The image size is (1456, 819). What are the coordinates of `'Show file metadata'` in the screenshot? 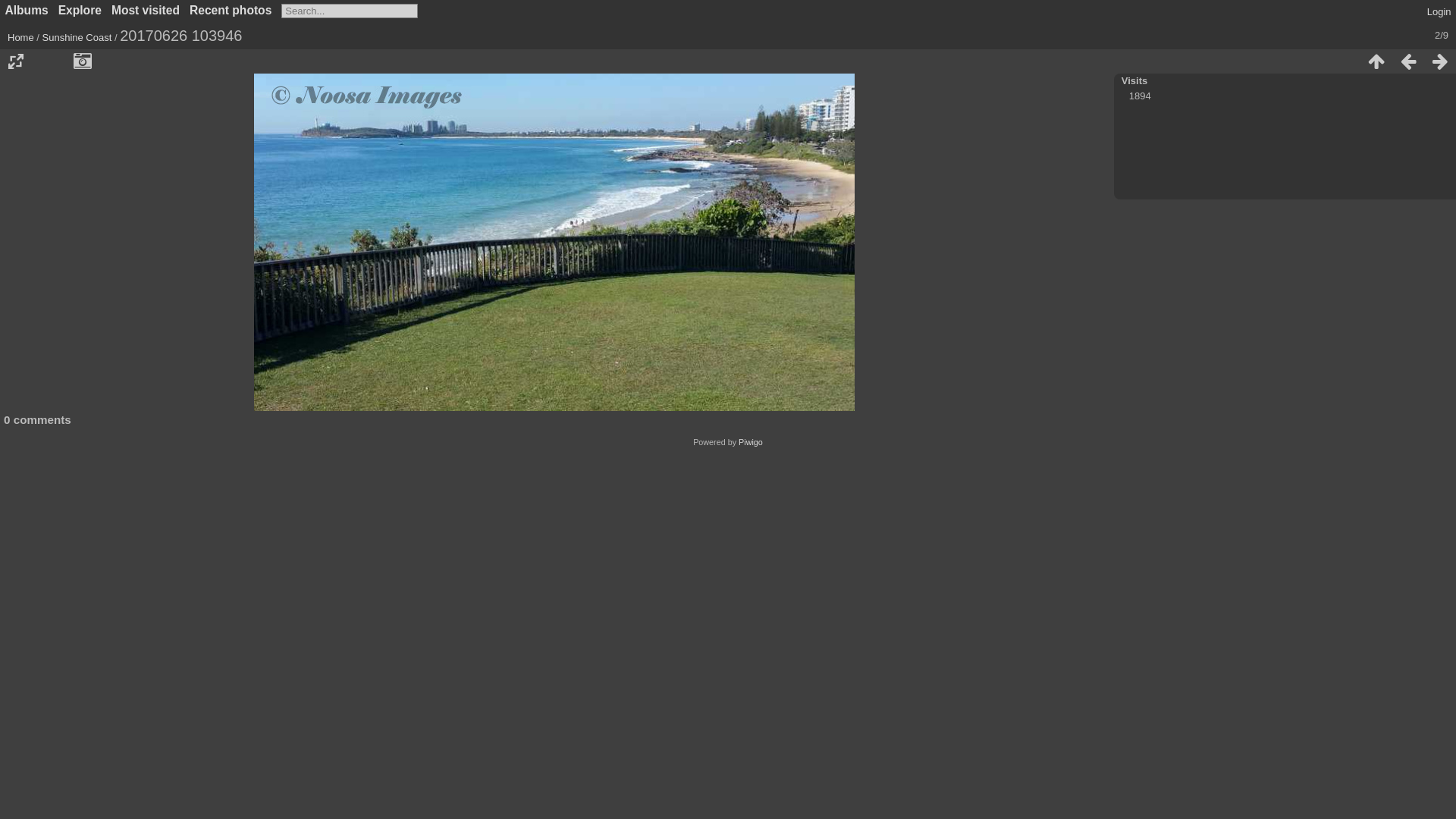 It's located at (82, 61).